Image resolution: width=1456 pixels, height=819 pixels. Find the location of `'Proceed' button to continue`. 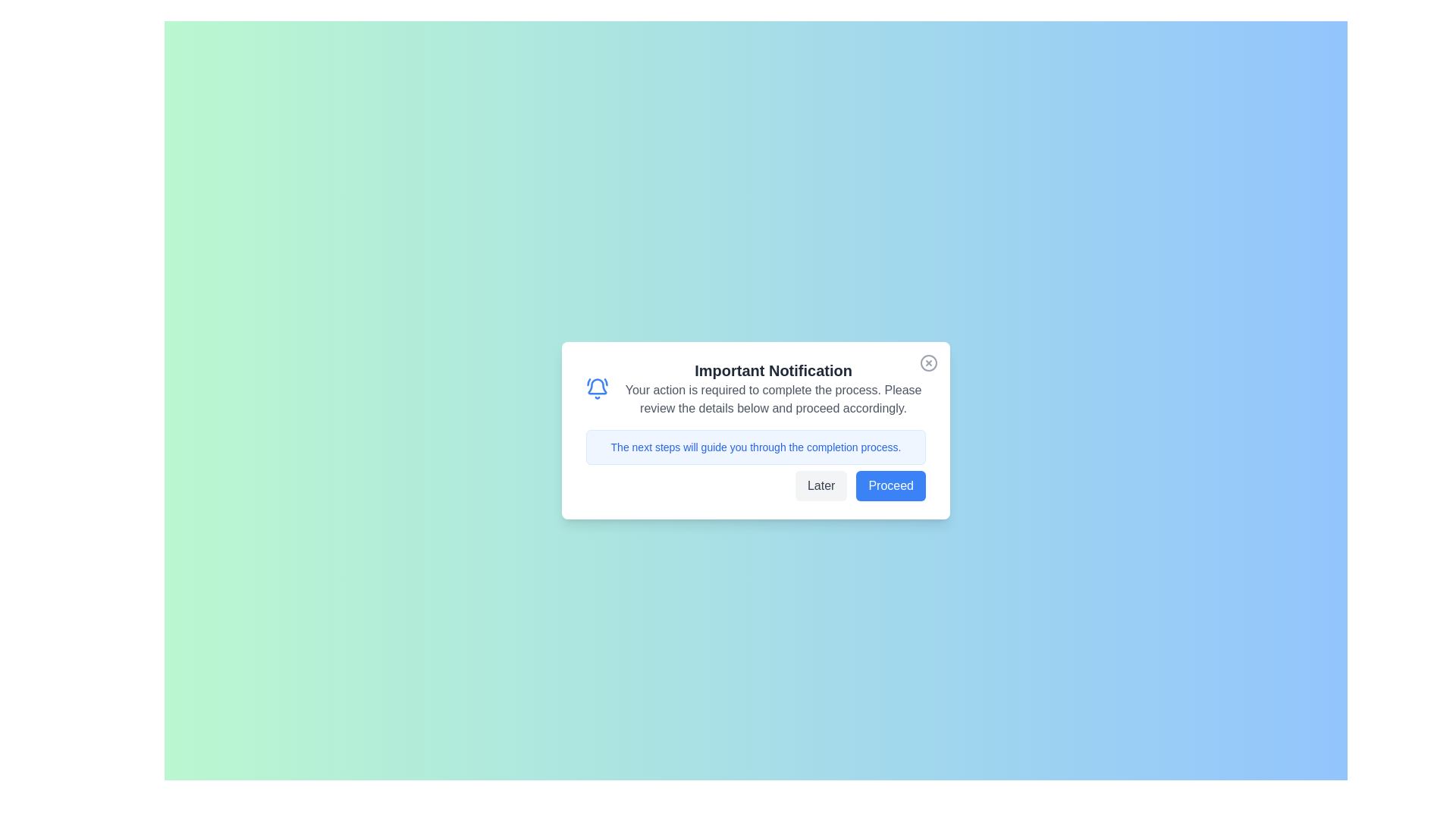

'Proceed' button to continue is located at coordinates (891, 485).